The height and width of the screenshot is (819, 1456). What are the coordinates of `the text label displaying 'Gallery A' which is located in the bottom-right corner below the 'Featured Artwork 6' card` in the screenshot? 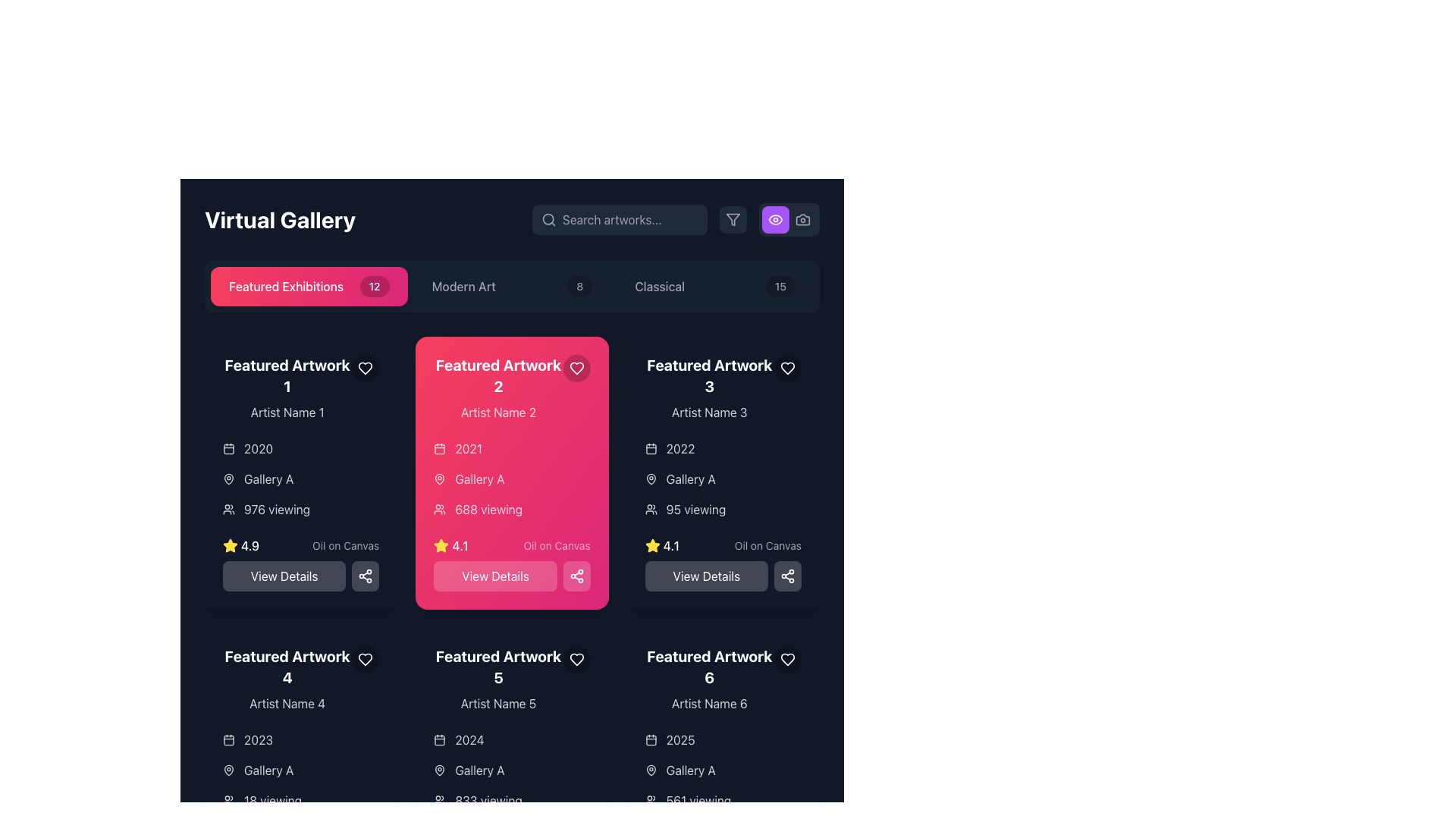 It's located at (690, 770).